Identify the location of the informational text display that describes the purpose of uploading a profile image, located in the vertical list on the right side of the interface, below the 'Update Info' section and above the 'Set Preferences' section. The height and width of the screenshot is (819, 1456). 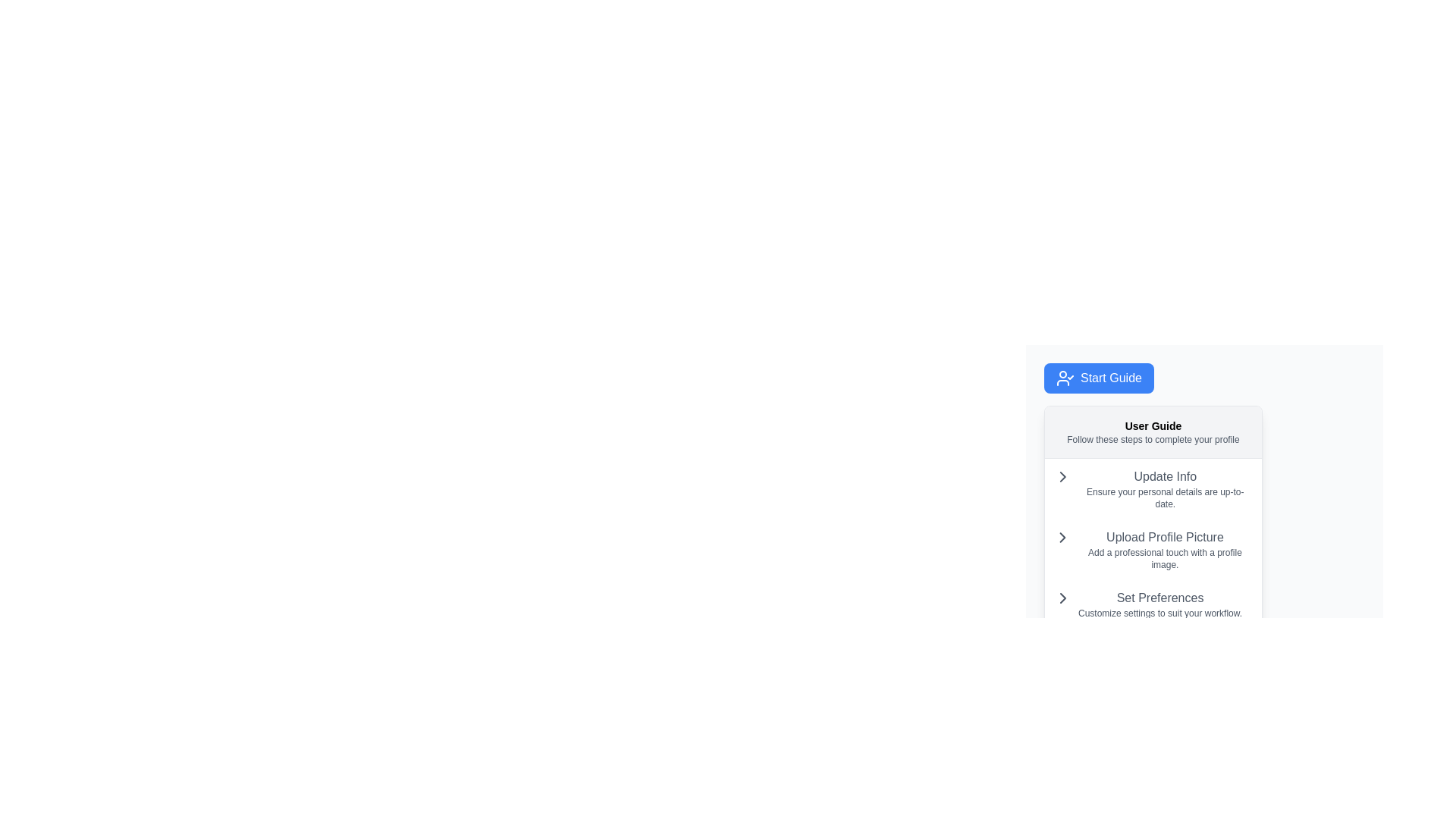
(1164, 550).